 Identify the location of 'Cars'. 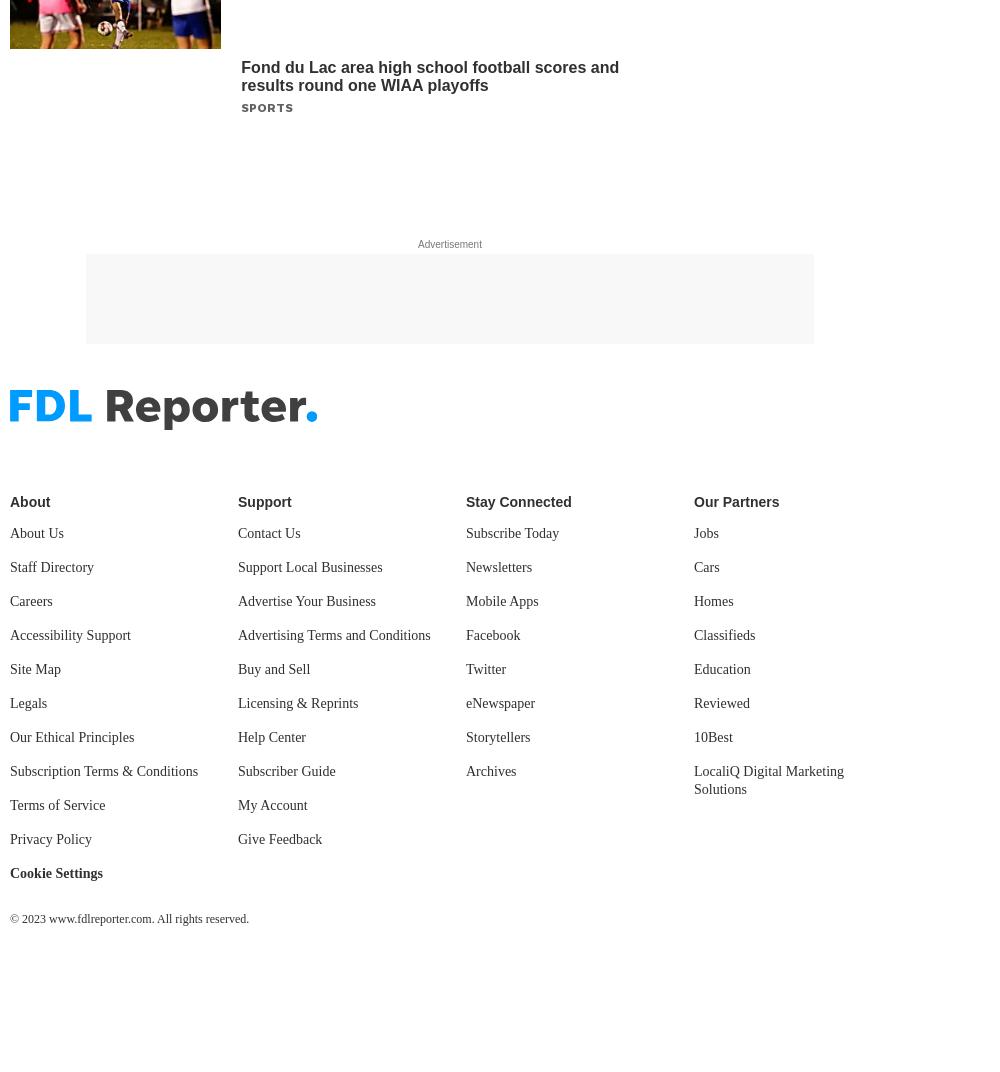
(705, 566).